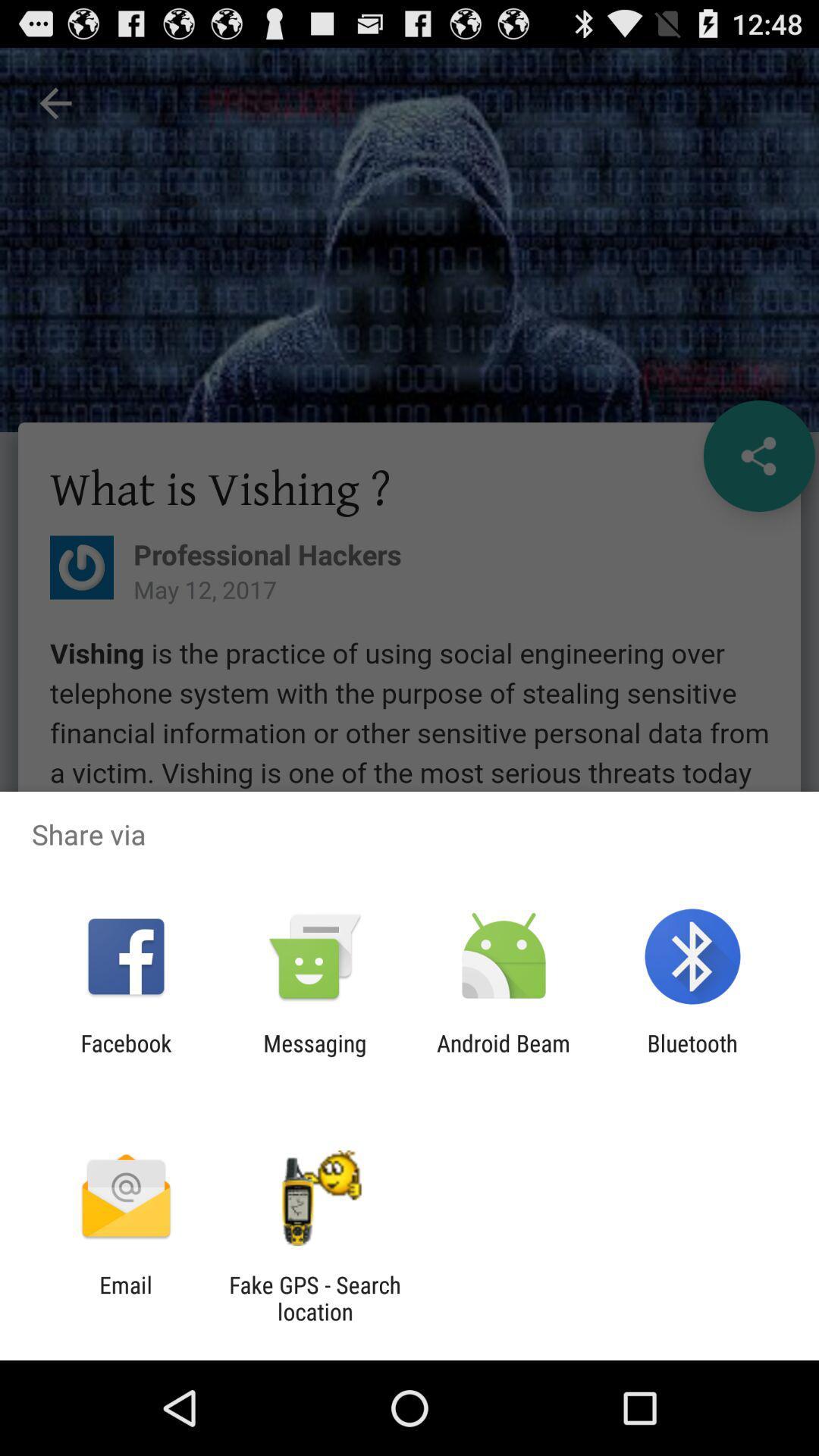 Image resolution: width=819 pixels, height=1456 pixels. Describe the element at coordinates (314, 1298) in the screenshot. I see `fake gps search item` at that location.